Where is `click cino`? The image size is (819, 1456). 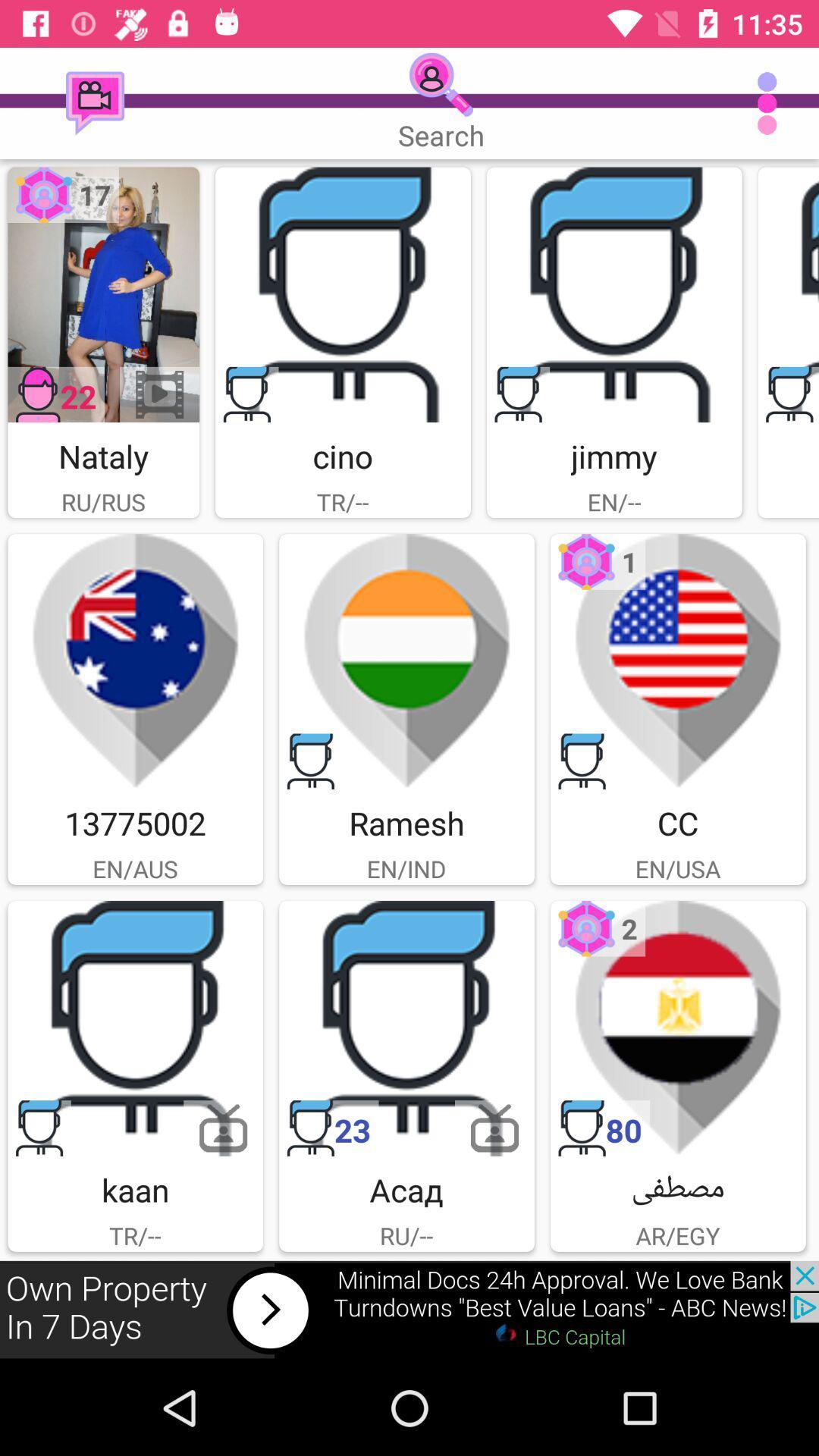
click cino is located at coordinates (343, 294).